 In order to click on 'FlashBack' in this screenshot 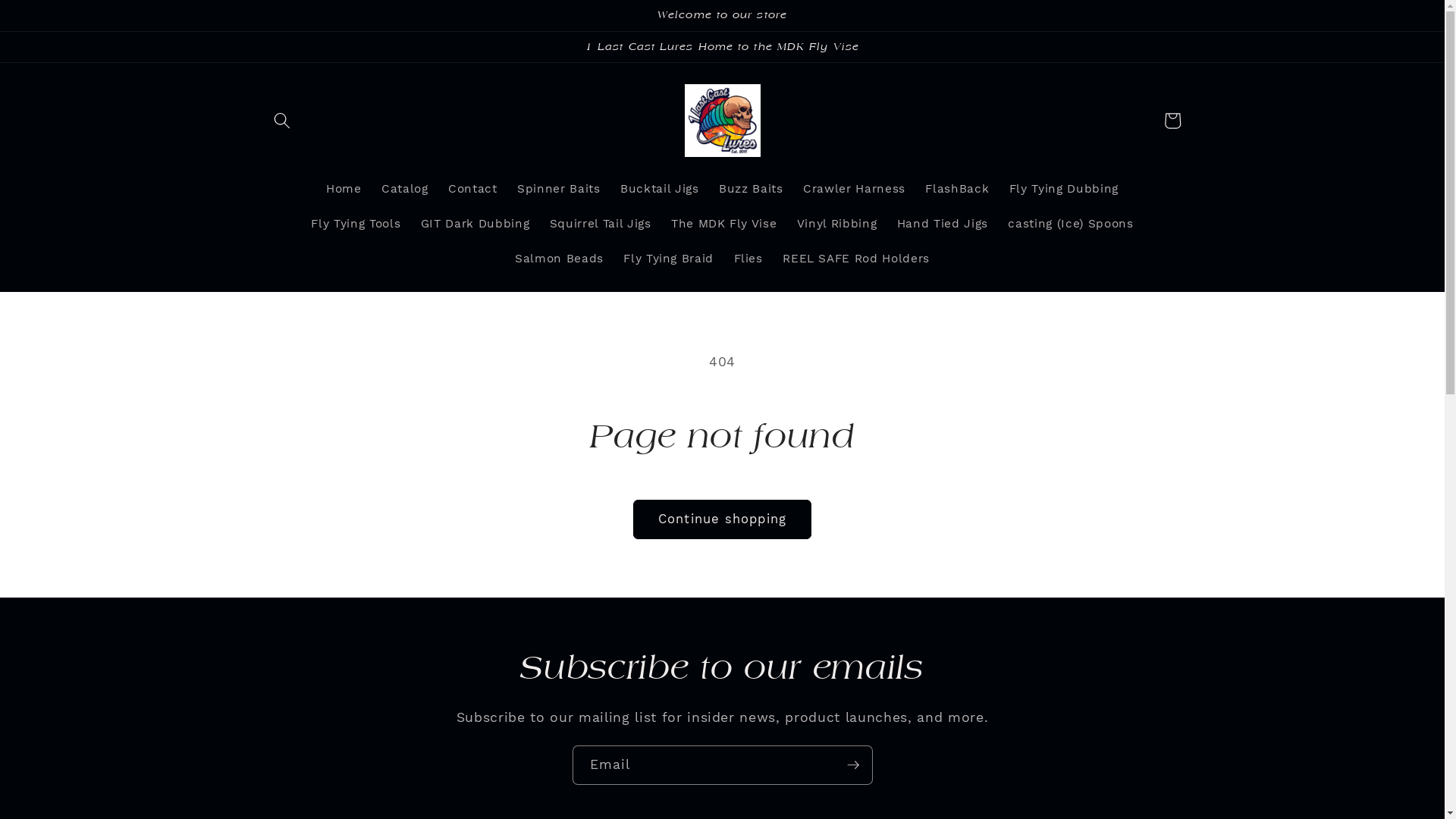, I will do `click(956, 189)`.